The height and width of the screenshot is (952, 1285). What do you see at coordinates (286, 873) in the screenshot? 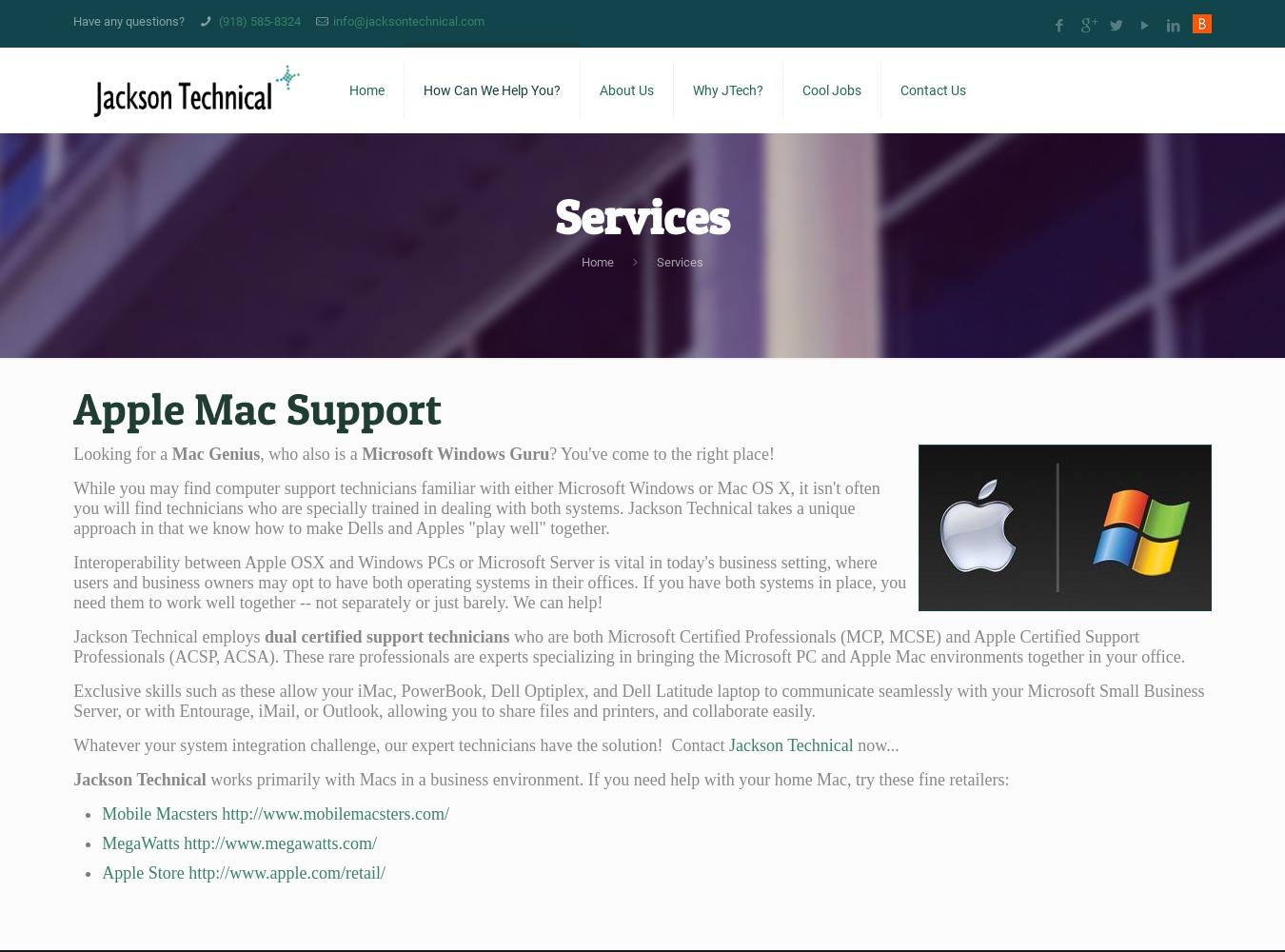
I see `'http://www.apple.com/retail/'` at bounding box center [286, 873].